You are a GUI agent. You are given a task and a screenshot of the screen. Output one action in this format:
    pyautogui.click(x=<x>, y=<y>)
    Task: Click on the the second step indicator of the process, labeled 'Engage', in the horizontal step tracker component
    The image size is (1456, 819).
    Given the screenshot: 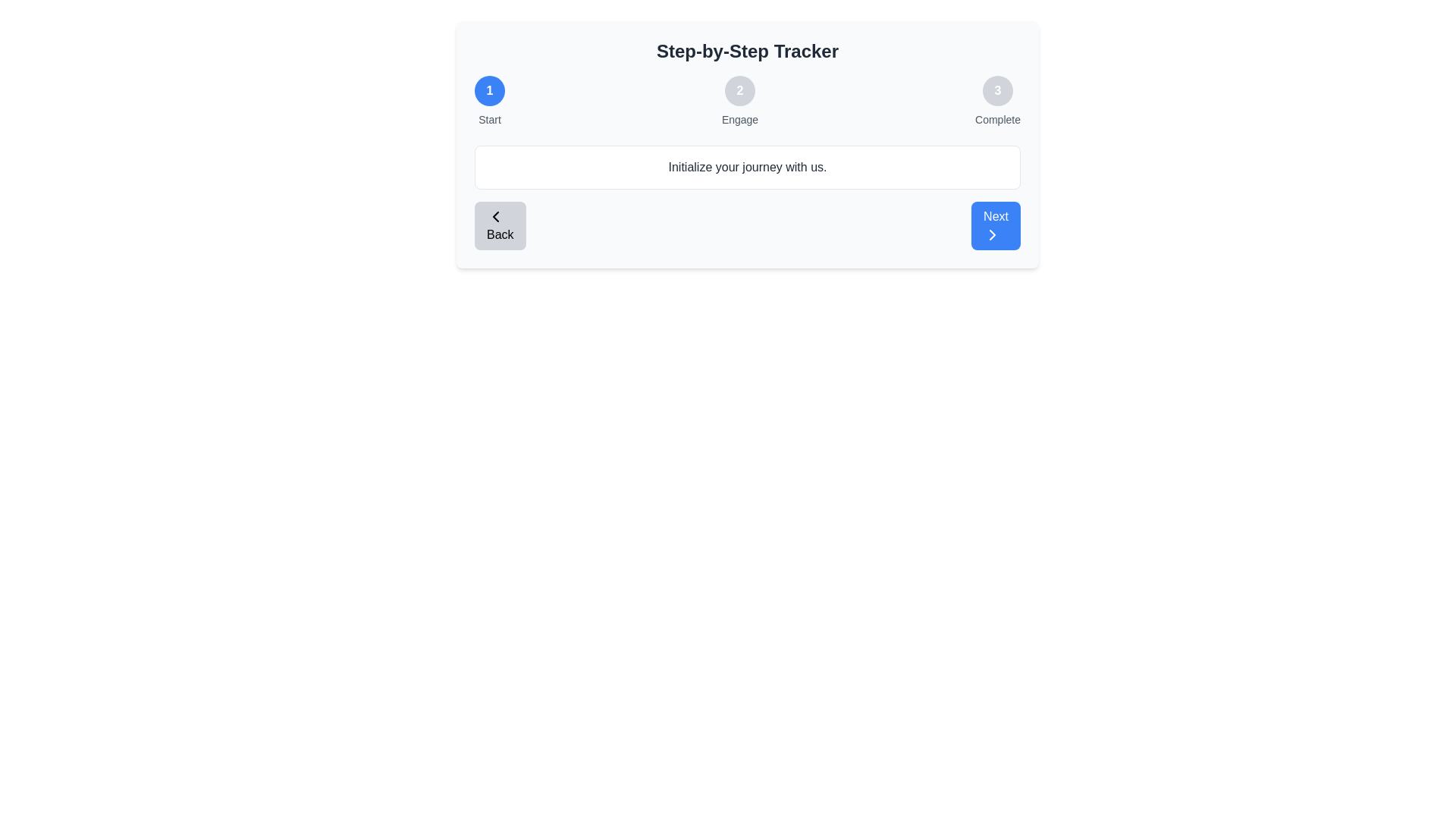 What is the action you would take?
    pyautogui.click(x=739, y=102)
    